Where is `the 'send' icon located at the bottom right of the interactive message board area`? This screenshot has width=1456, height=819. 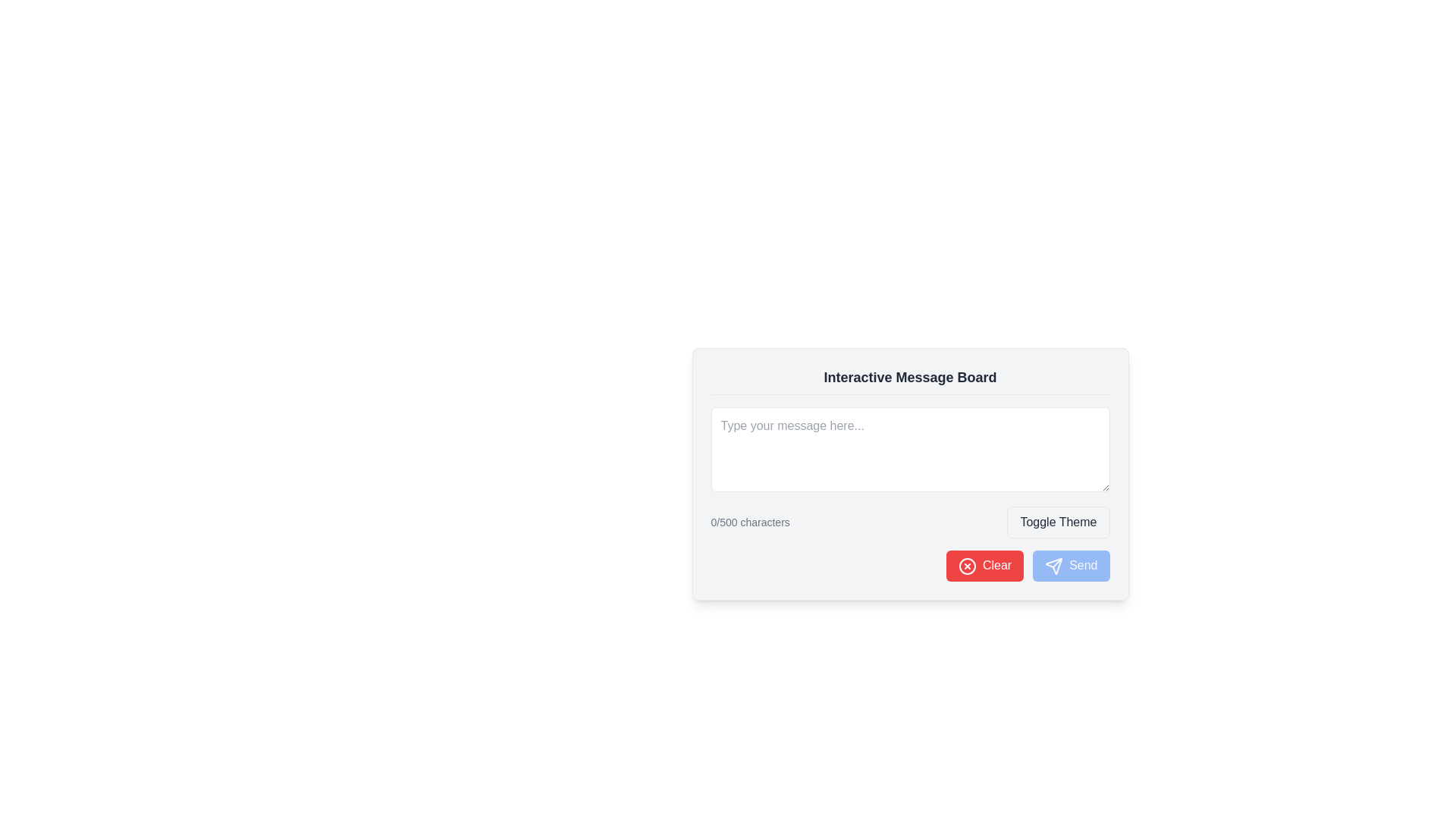 the 'send' icon located at the bottom right of the interactive message board area is located at coordinates (1053, 565).